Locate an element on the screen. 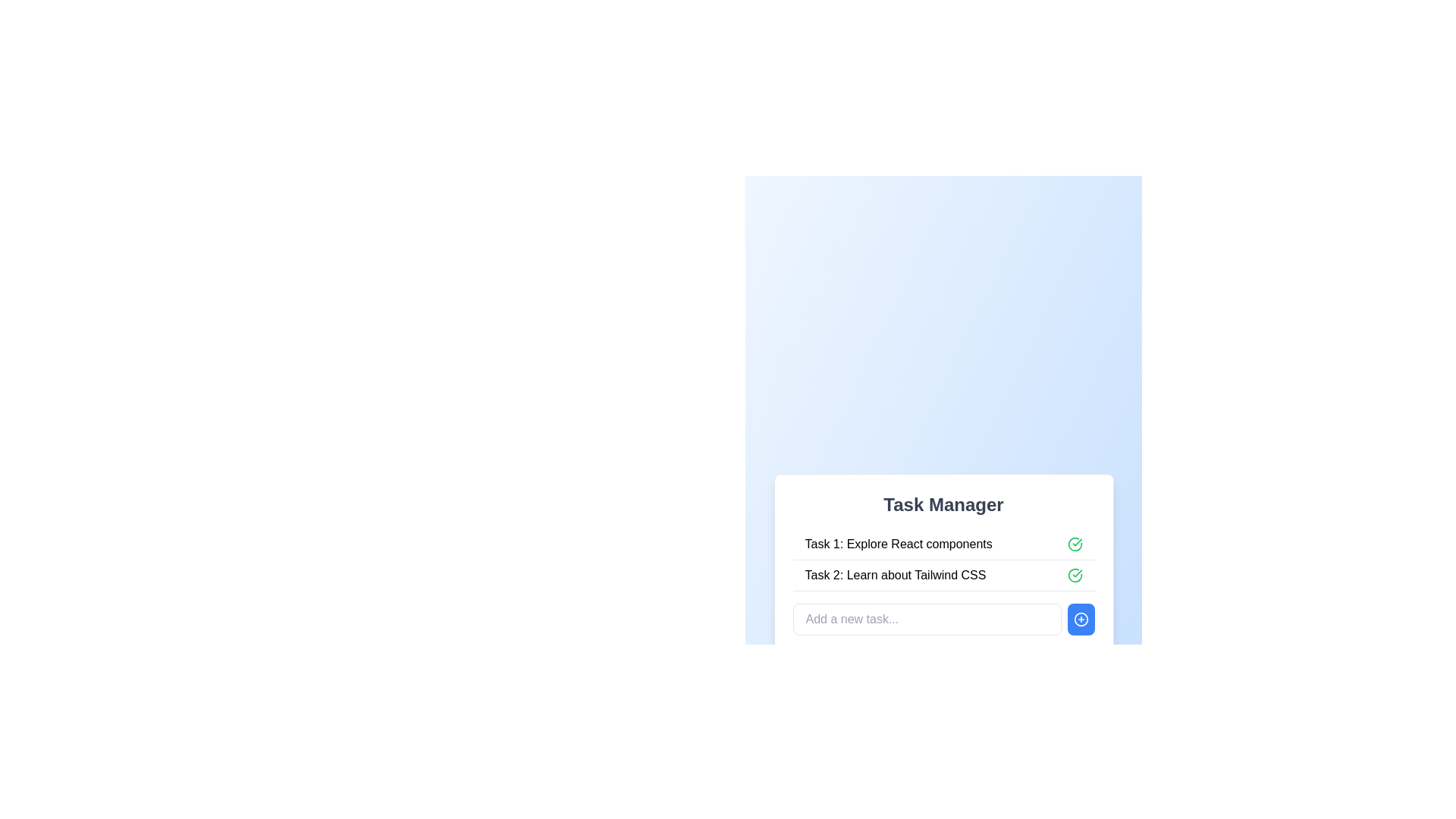 Image resolution: width=1456 pixels, height=819 pixels. the green Status indicator icon for 'Task 2: Learn about Tailwind CSS' is located at coordinates (1074, 576).